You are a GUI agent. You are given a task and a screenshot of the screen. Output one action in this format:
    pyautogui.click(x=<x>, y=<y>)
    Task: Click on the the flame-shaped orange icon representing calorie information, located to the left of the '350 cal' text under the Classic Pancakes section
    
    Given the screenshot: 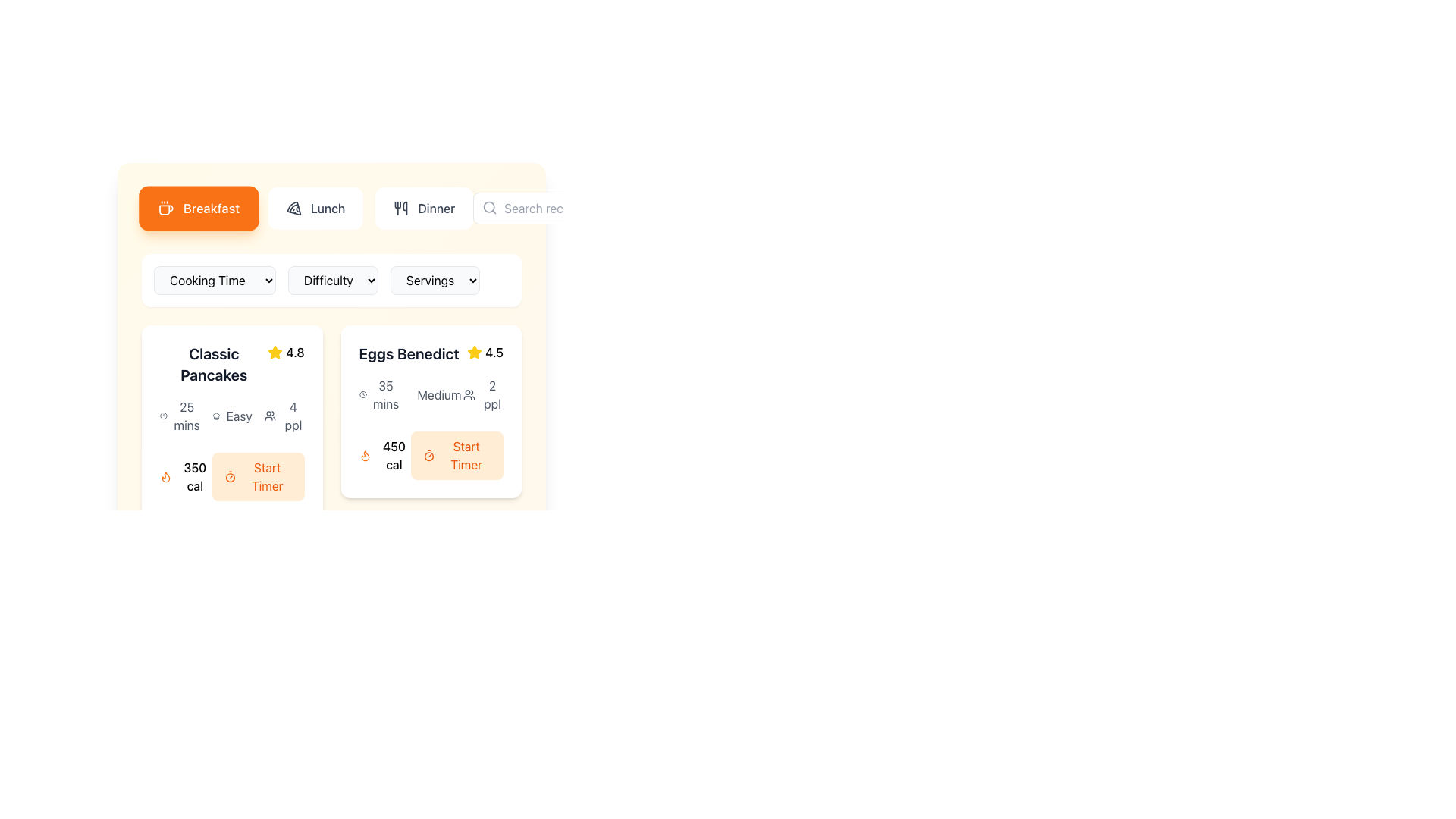 What is the action you would take?
    pyautogui.click(x=166, y=475)
    